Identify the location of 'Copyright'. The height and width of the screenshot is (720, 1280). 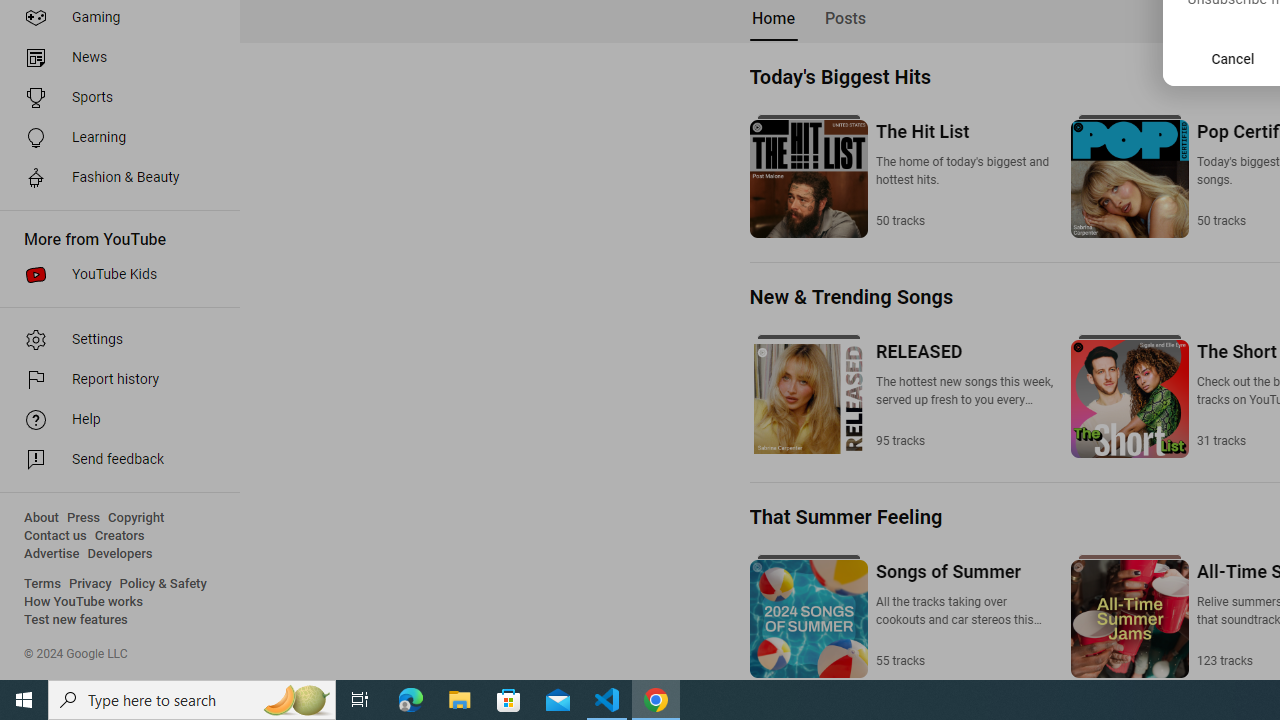
(135, 517).